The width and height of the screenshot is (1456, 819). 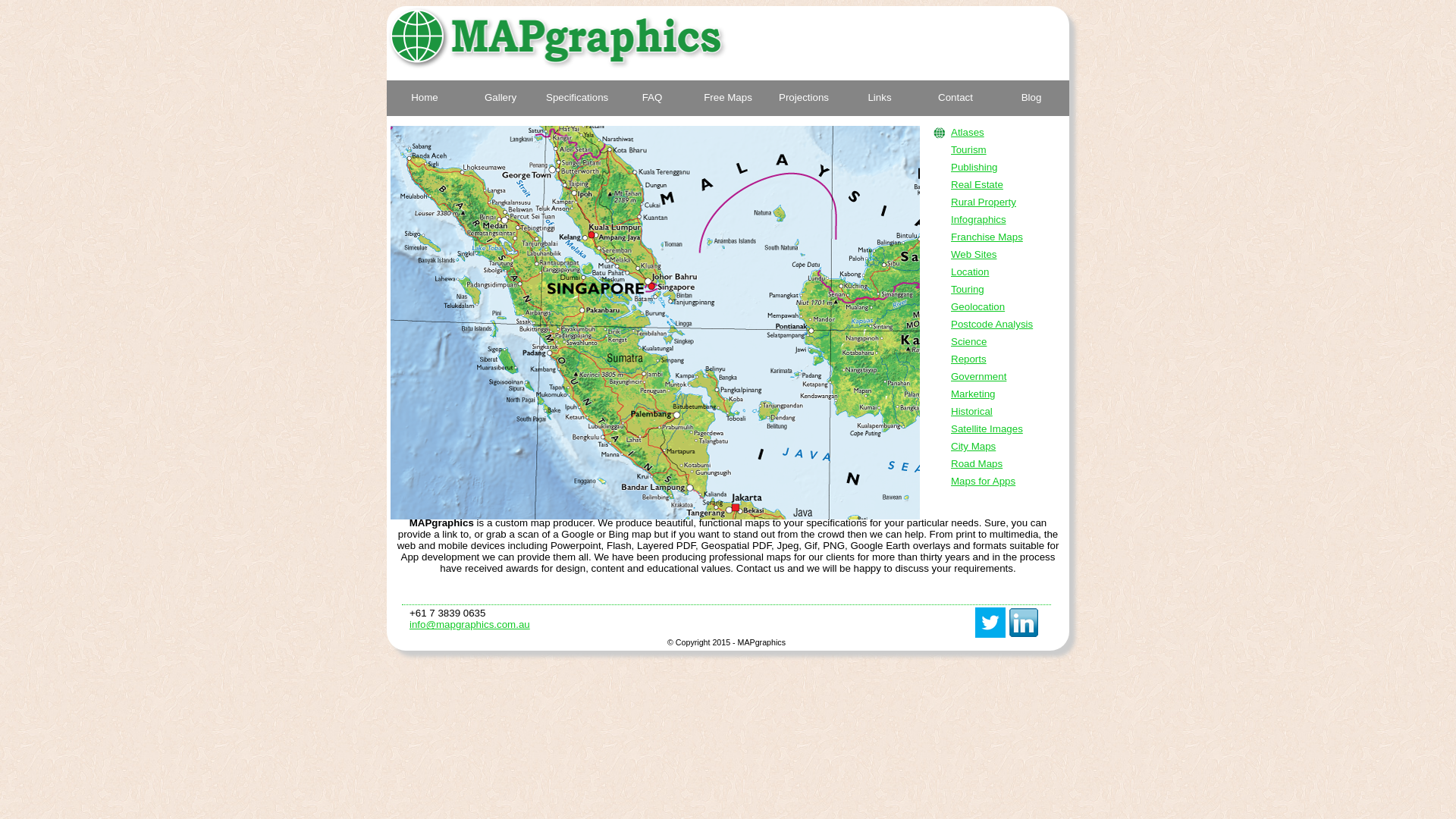 What do you see at coordinates (425, 98) in the screenshot?
I see `'Home'` at bounding box center [425, 98].